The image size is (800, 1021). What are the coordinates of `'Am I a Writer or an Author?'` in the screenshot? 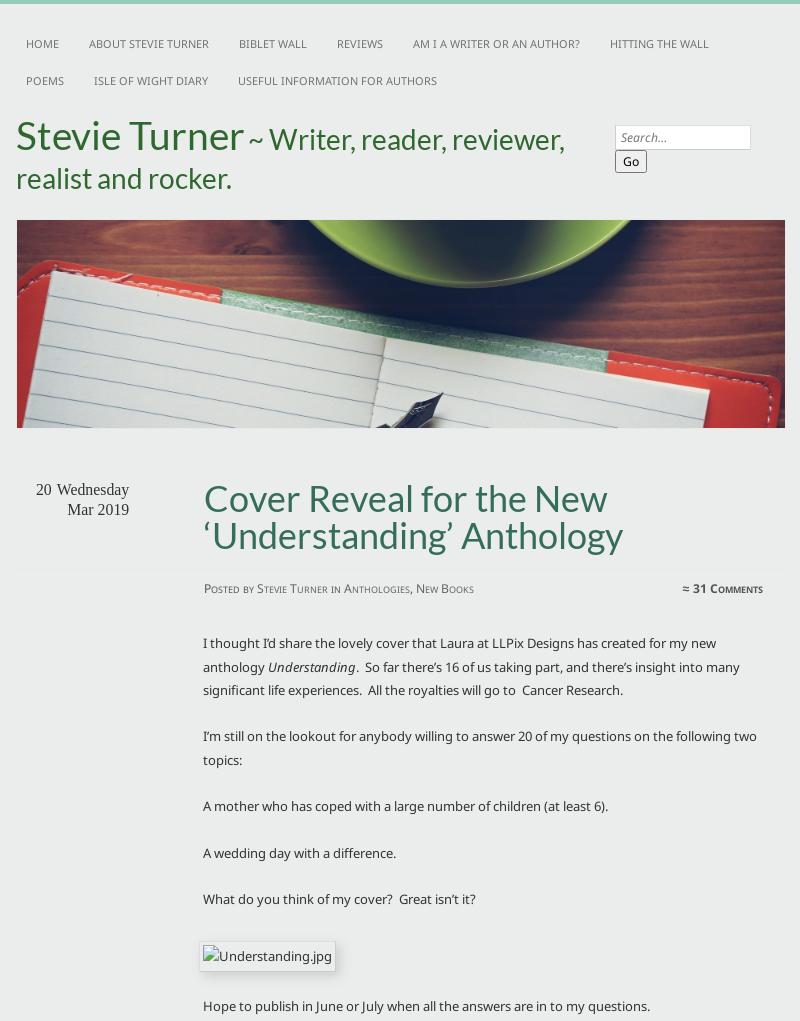 It's located at (496, 43).